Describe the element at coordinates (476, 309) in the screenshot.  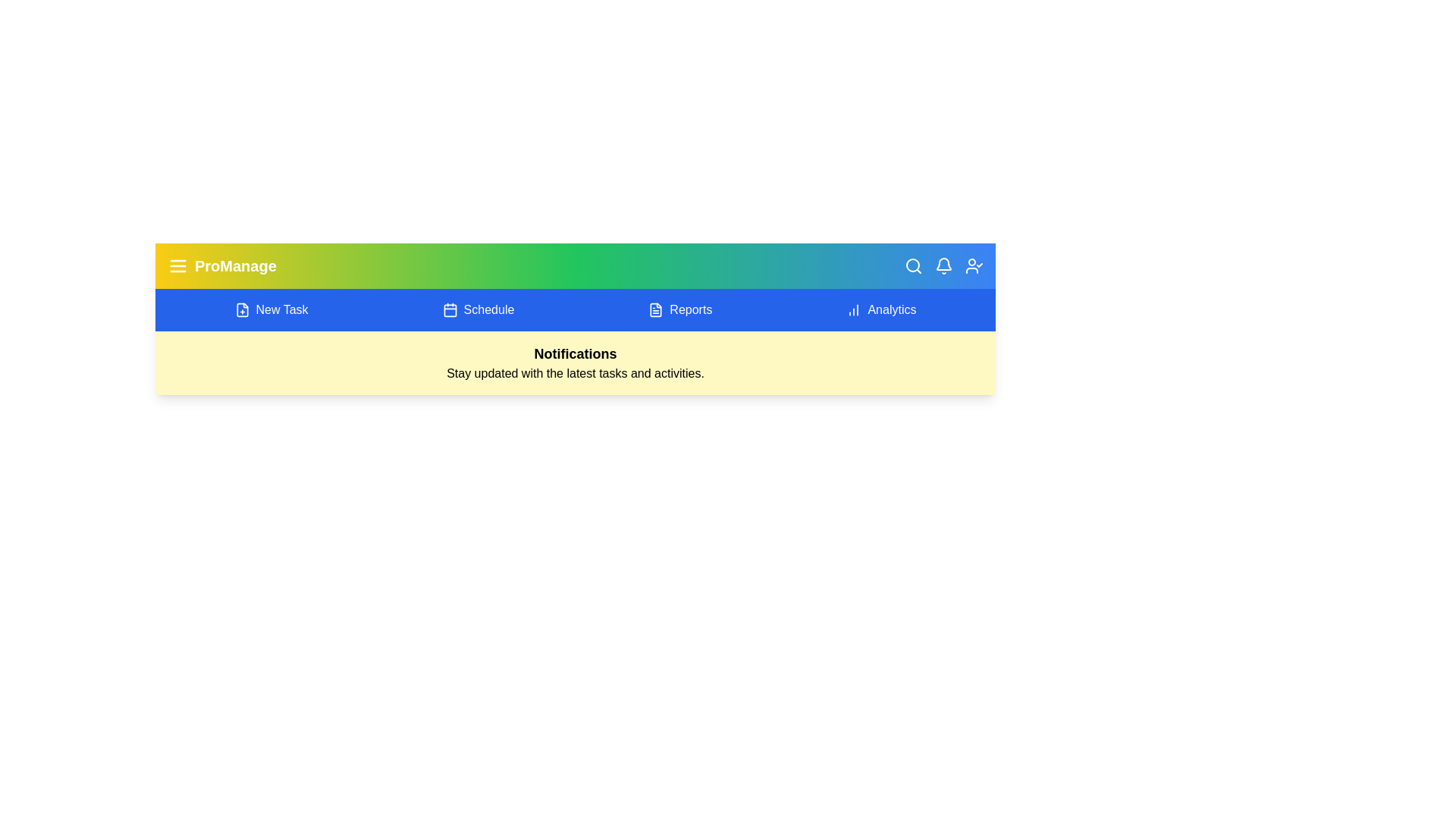
I see `the 'Schedule' button to navigate to the schedule page` at that location.